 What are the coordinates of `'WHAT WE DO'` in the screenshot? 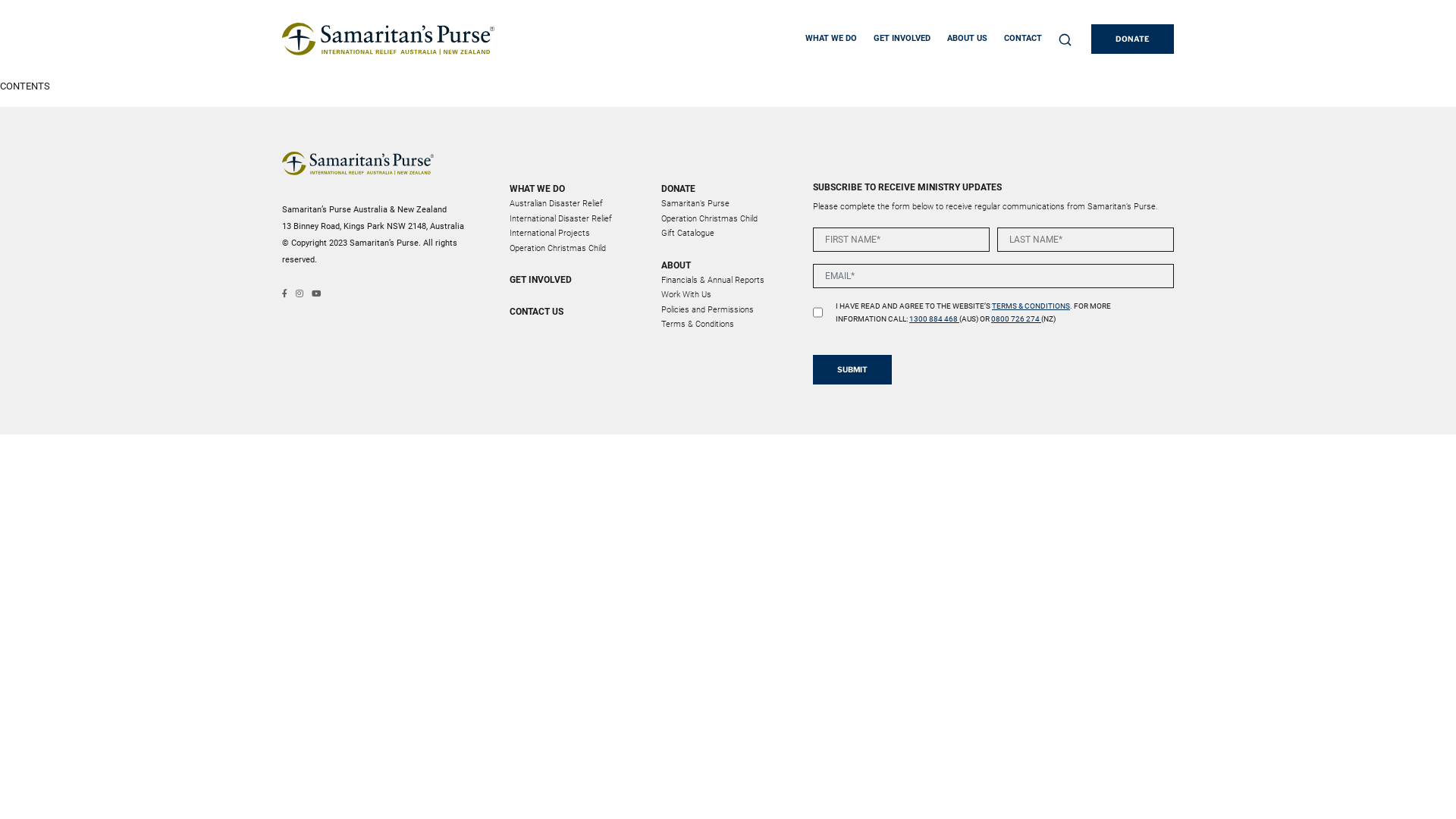 It's located at (575, 188).